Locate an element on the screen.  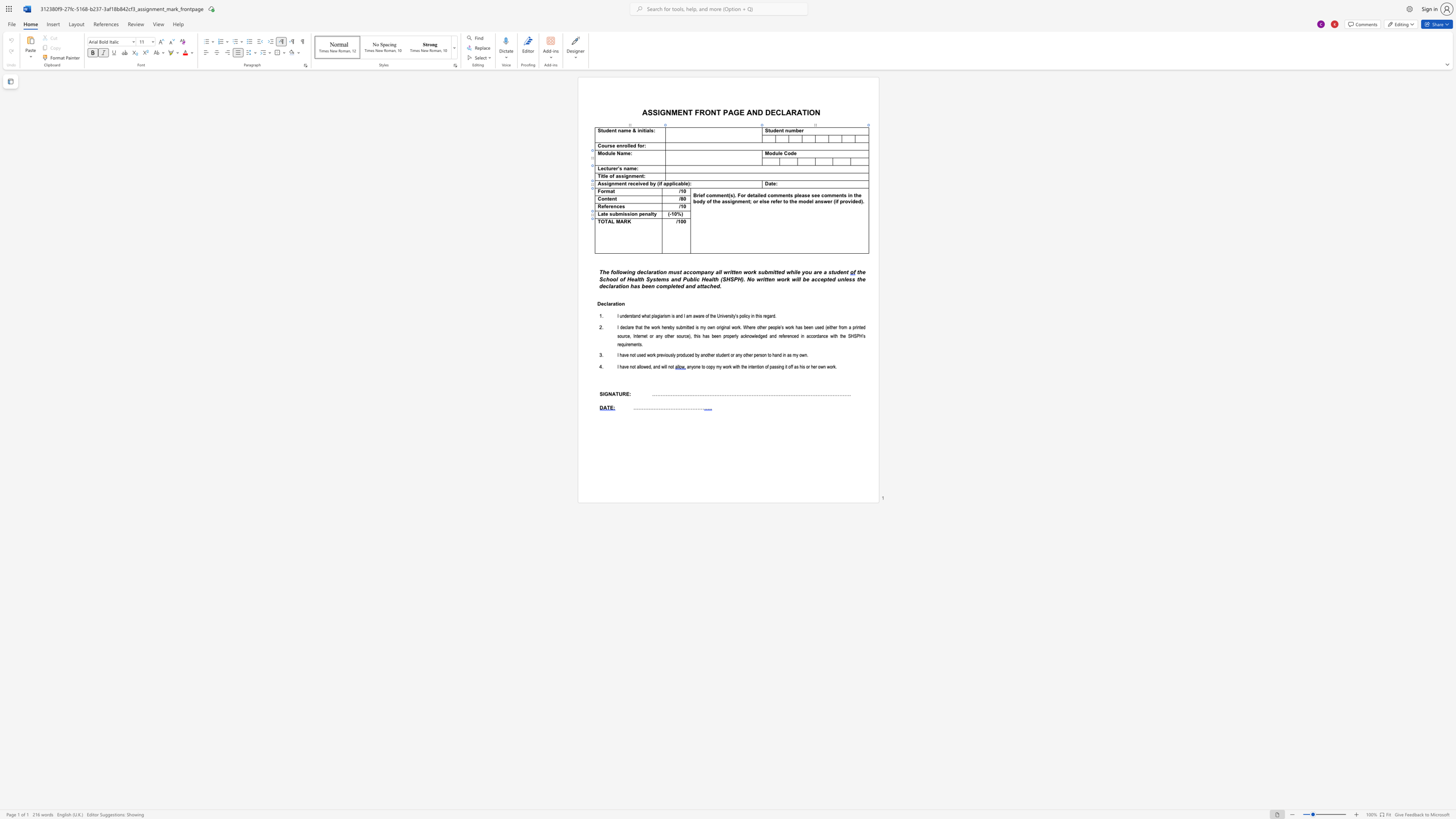
the space between the continuous character "O" and "N" in the text is located at coordinates (814, 111).